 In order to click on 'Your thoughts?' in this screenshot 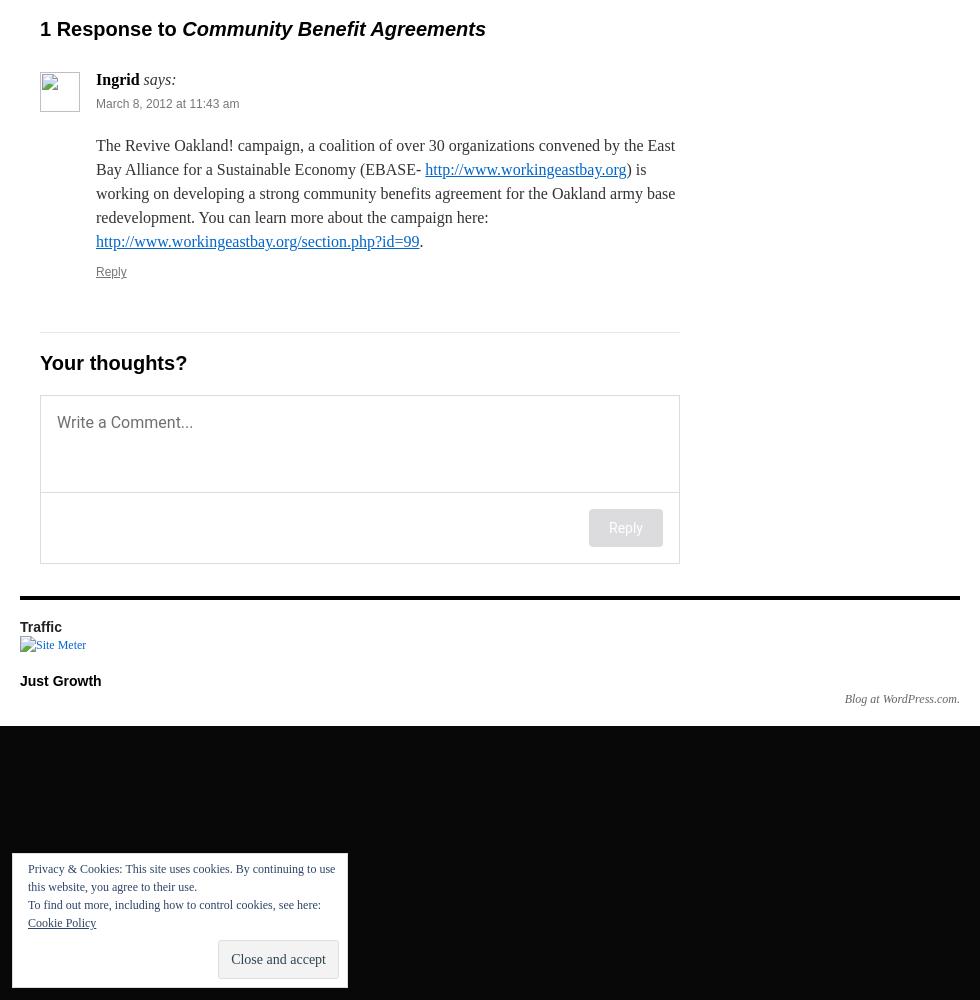, I will do `click(113, 362)`.